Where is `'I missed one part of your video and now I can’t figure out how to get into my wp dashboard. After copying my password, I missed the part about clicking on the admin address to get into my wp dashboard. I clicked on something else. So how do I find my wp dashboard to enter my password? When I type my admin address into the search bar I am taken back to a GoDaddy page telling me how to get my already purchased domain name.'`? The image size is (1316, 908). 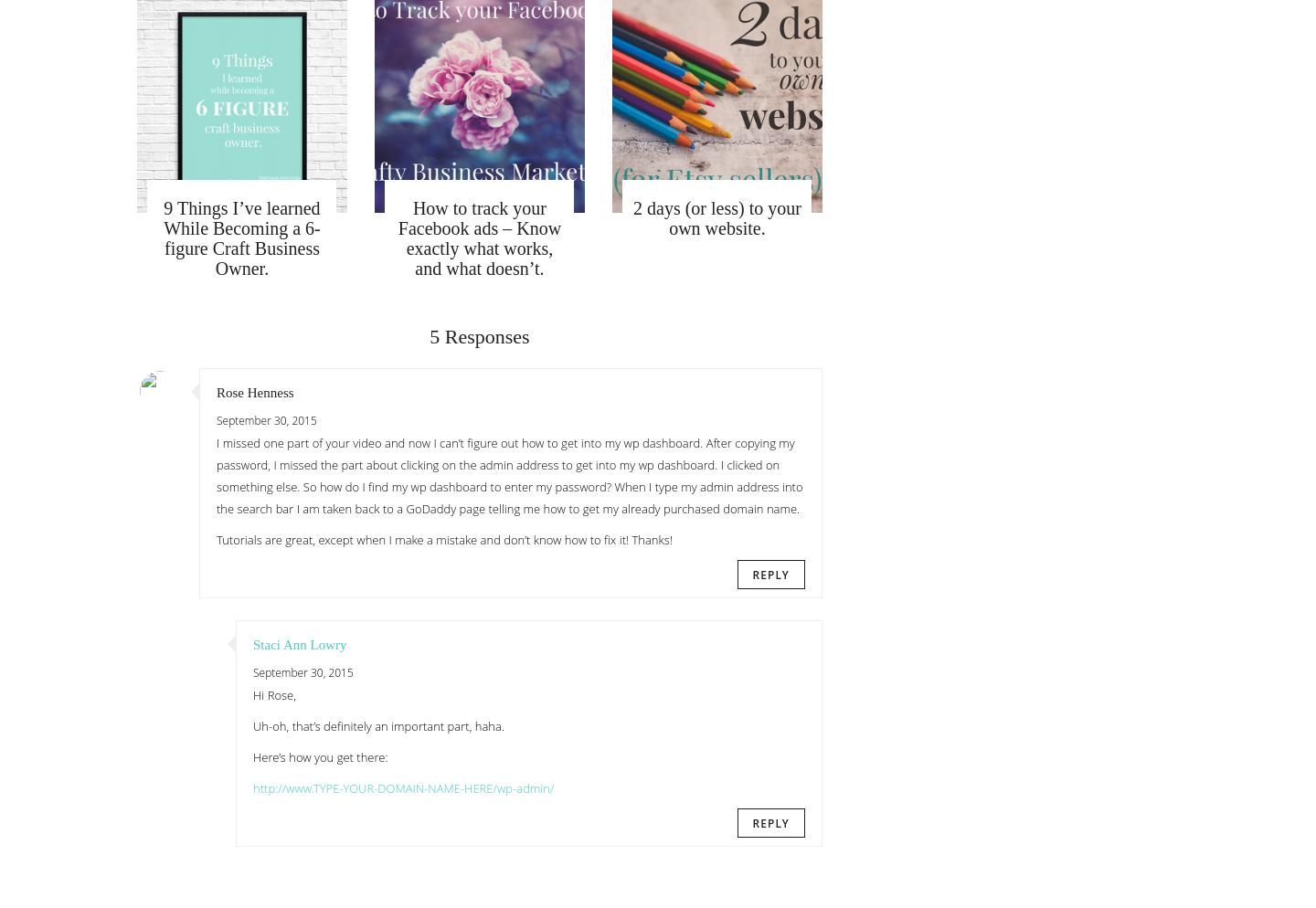 'I missed one part of your video and now I can’t figure out how to get into my wp dashboard. After copying my password, I missed the part about clicking on the admin address to get into my wp dashboard. I clicked on something else. So how do I find my wp dashboard to enter my password? When I type my admin address into the search bar I am taken back to a GoDaddy page telling me how to get my already purchased domain name.' is located at coordinates (509, 475).